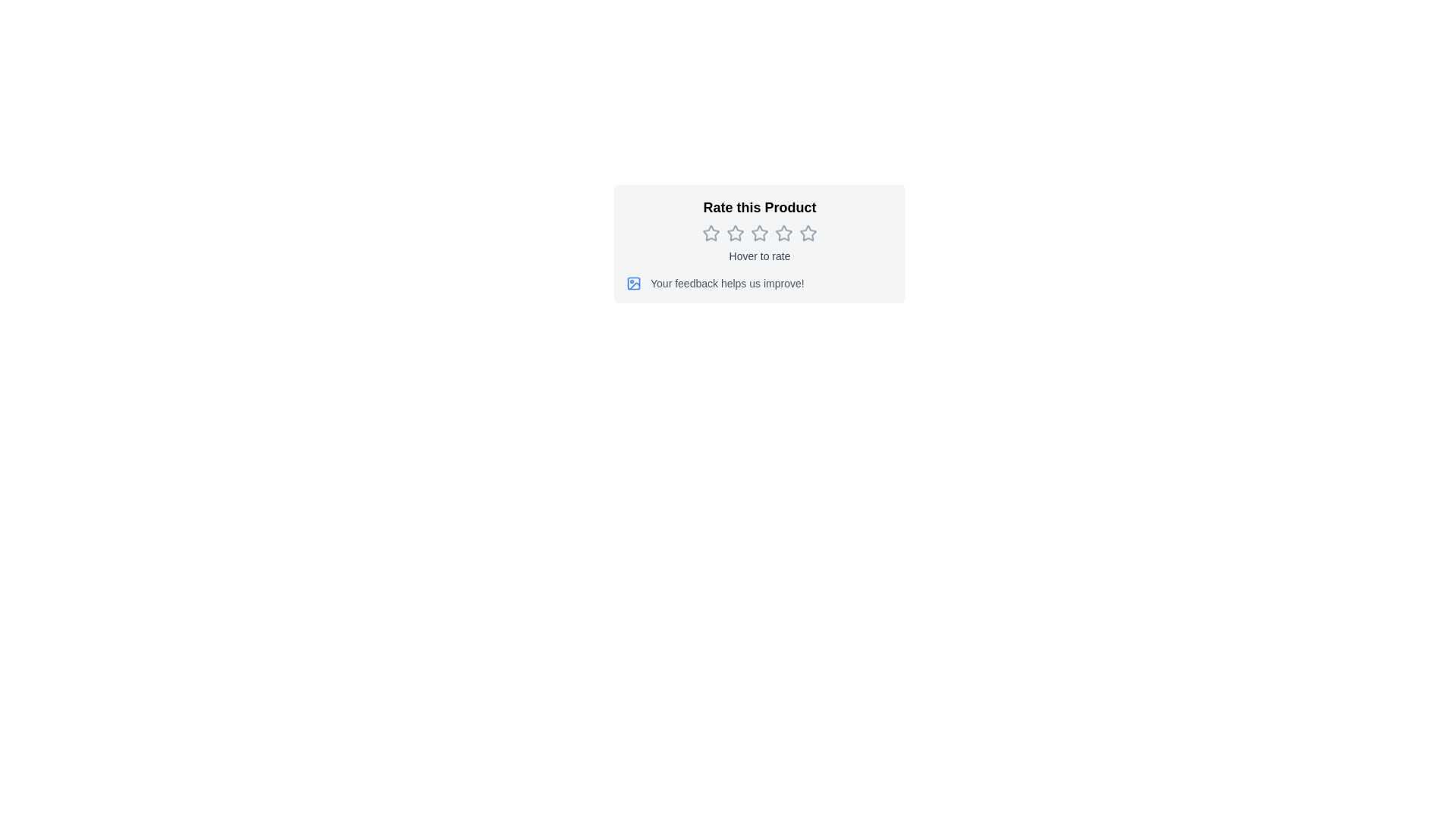 This screenshot has width=1456, height=819. I want to click on the second star-shaped icon in the horizontal rating system, so click(735, 234).